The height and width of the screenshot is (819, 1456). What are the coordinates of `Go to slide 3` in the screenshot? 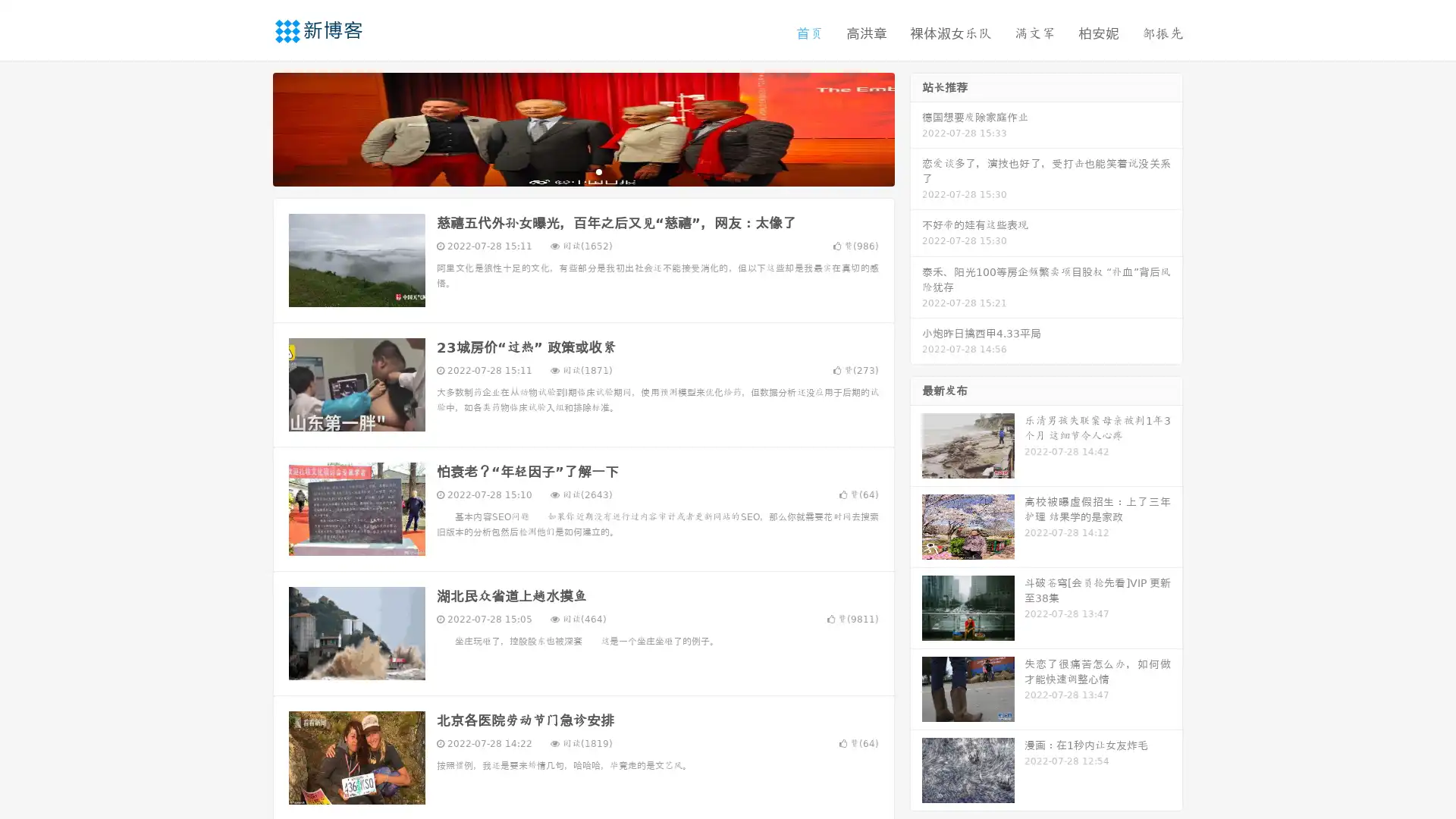 It's located at (598, 171).